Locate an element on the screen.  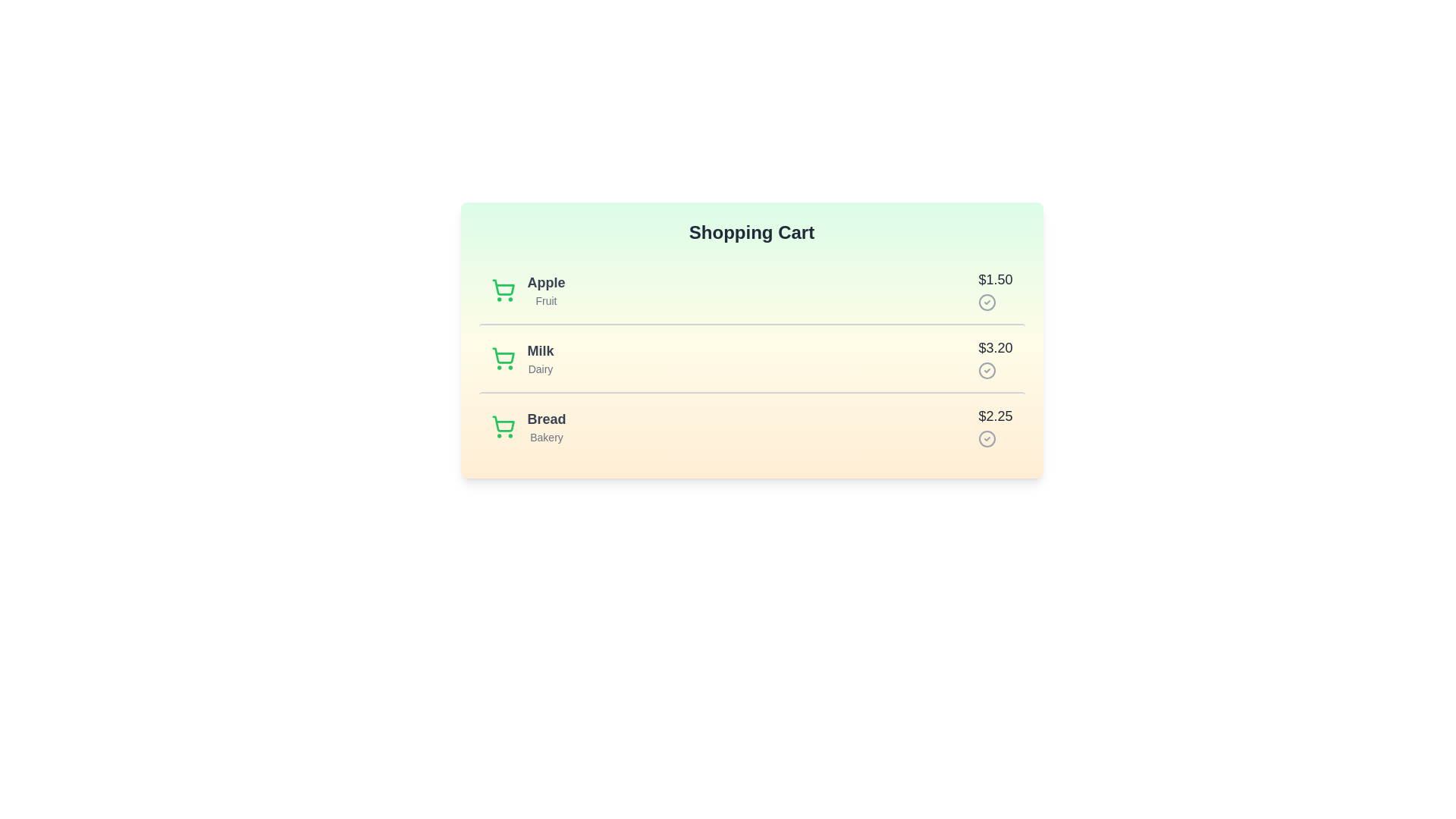
the check circle icon for Bread to mark it as selected or completed is located at coordinates (987, 438).